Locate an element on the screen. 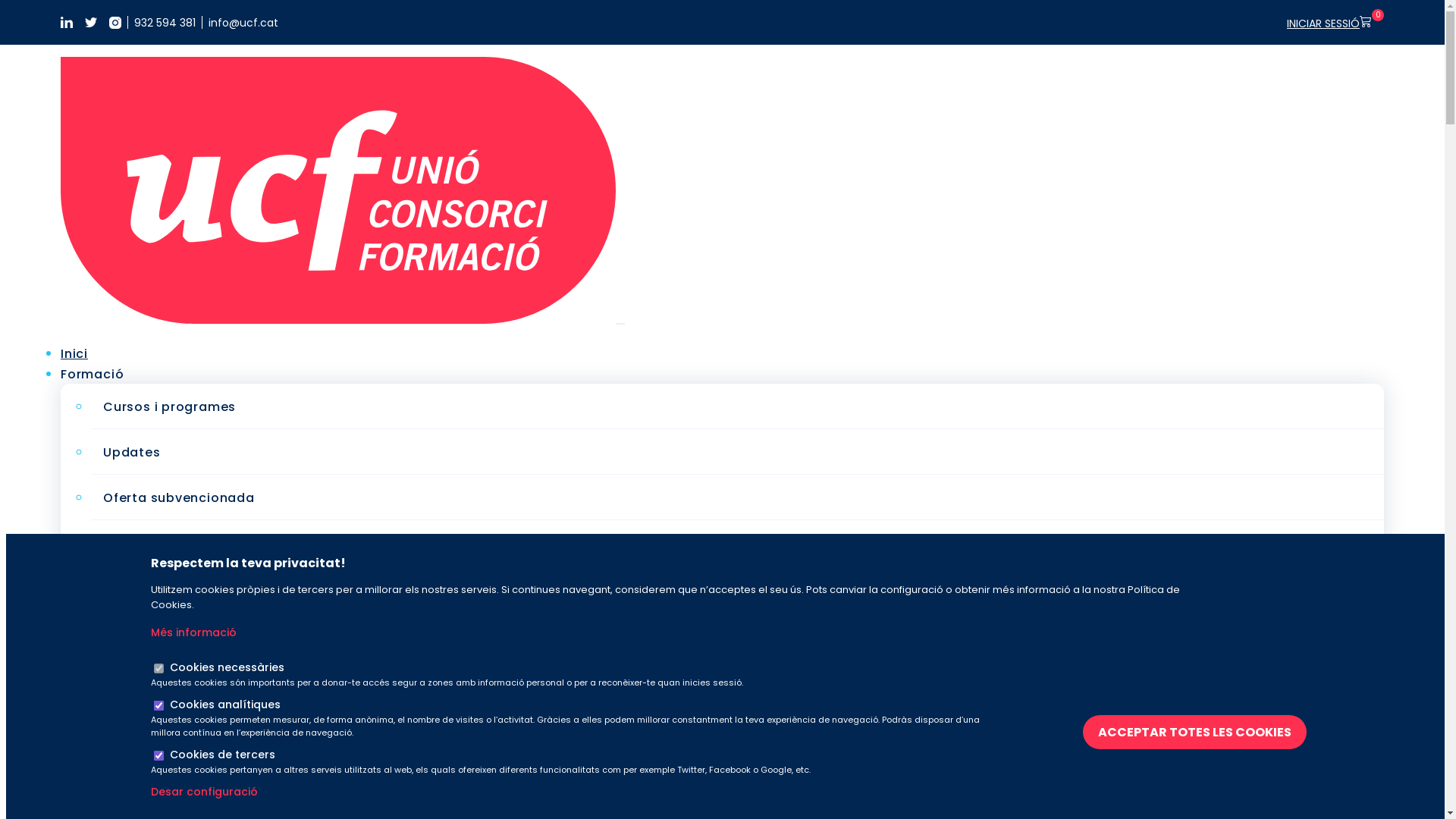 The height and width of the screenshot is (819, 1456). '0' is located at coordinates (1360, 22).